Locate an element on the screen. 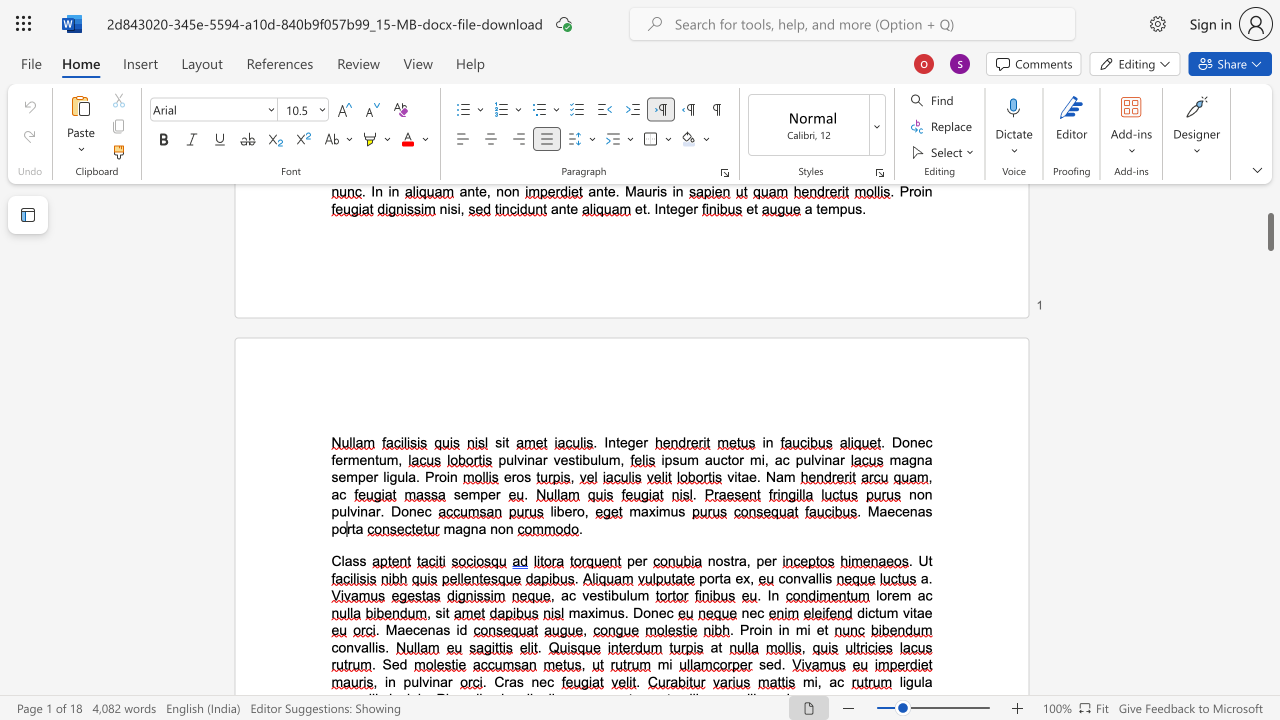 This screenshot has height=720, width=1280. the space between the continuous character "v" and "i" in the text is located at coordinates (427, 681).